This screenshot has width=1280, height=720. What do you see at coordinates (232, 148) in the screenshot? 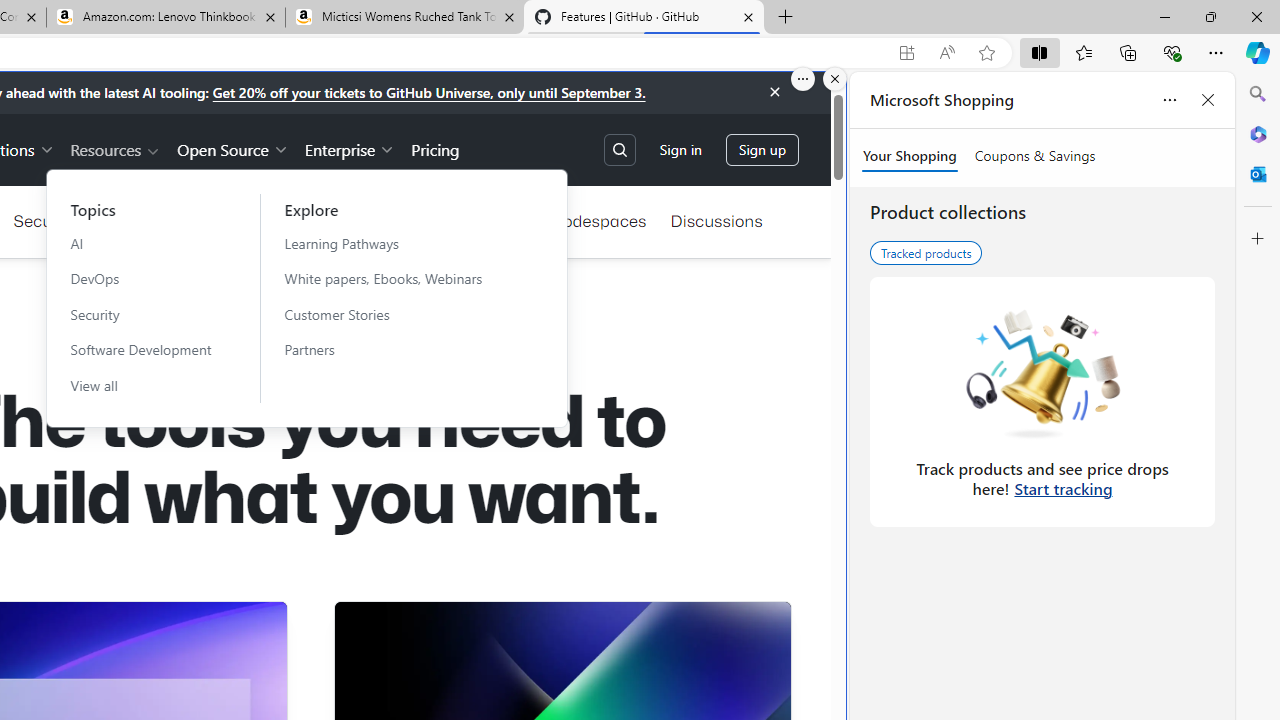
I see `'Open Source'` at bounding box center [232, 148].